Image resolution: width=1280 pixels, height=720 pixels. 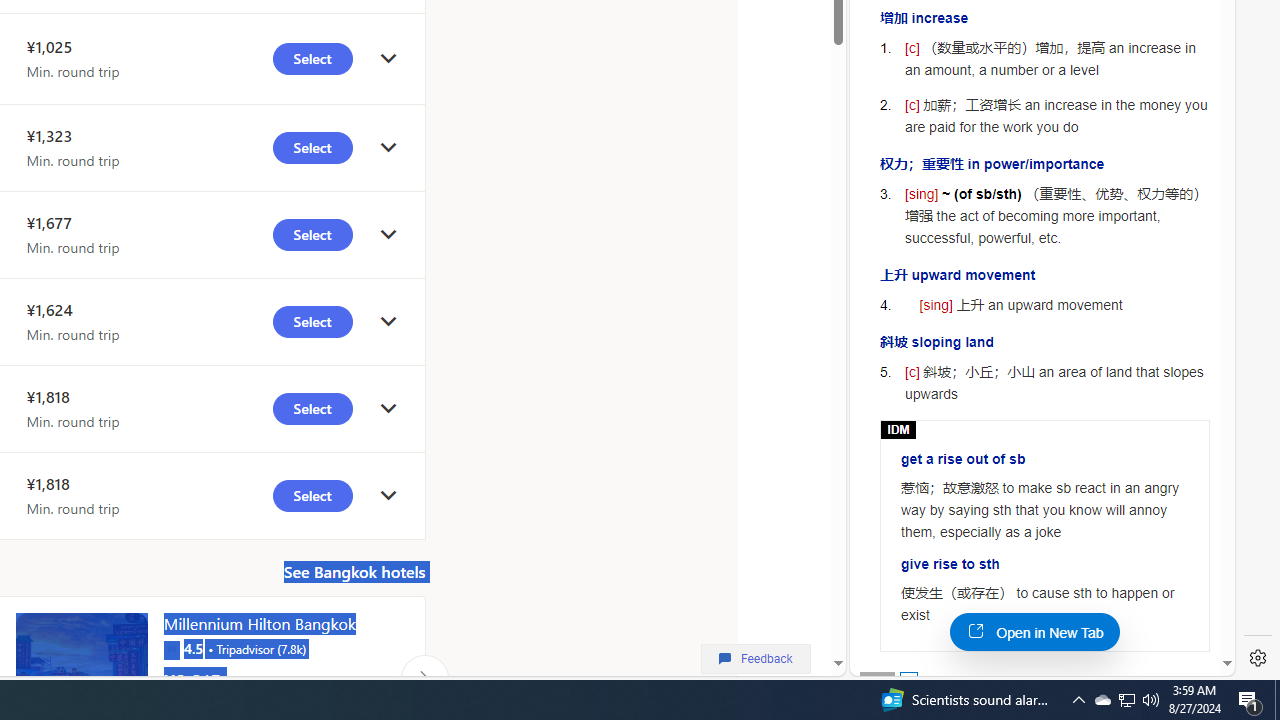 What do you see at coordinates (388, 495) in the screenshot?
I see `'click to get details'` at bounding box center [388, 495].